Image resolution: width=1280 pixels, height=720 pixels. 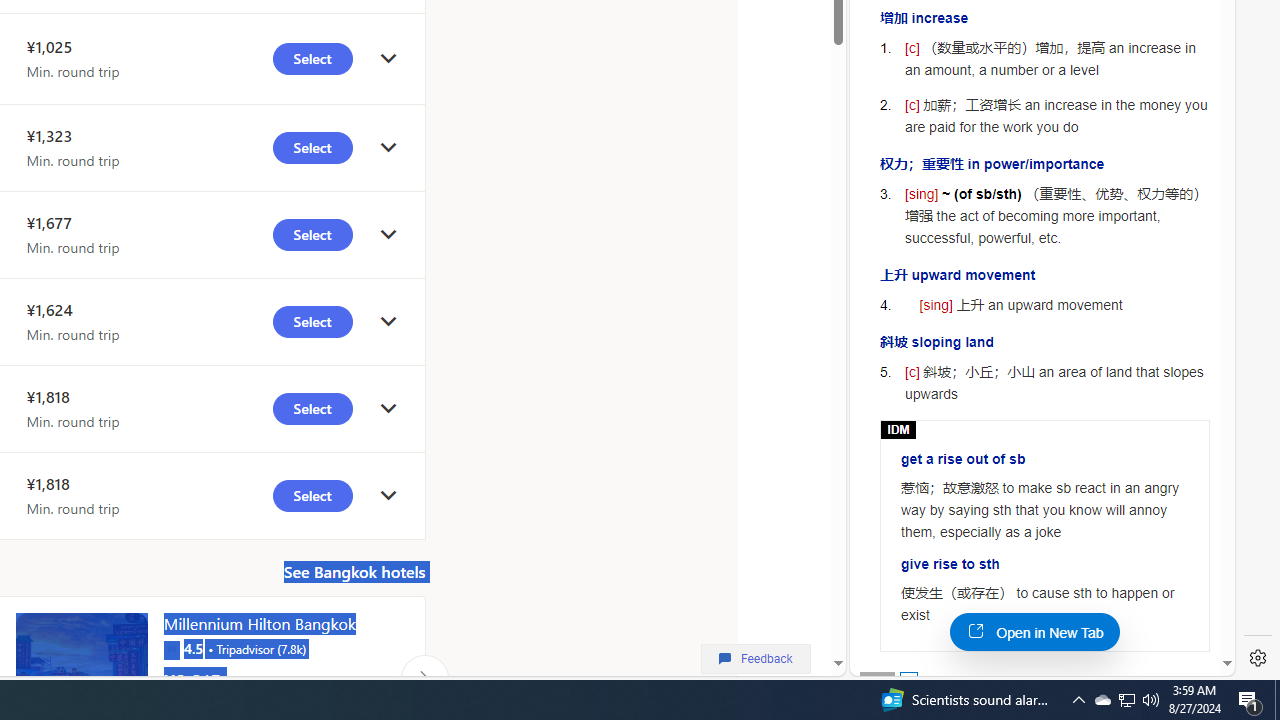 What do you see at coordinates (388, 495) in the screenshot?
I see `'click to get details'` at bounding box center [388, 495].